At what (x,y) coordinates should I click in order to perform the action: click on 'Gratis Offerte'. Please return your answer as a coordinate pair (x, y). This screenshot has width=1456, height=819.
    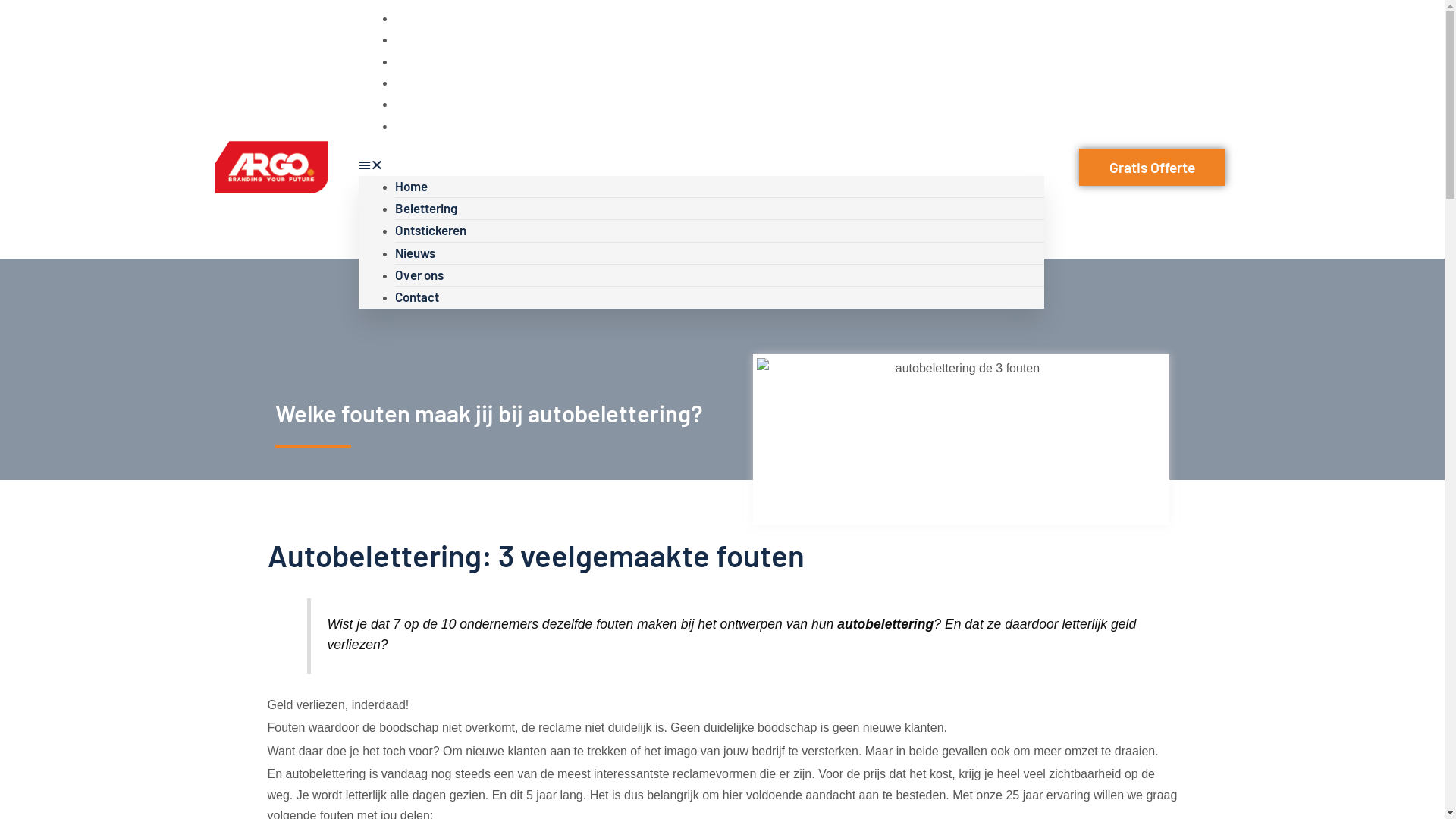
    Looking at the image, I should click on (1152, 167).